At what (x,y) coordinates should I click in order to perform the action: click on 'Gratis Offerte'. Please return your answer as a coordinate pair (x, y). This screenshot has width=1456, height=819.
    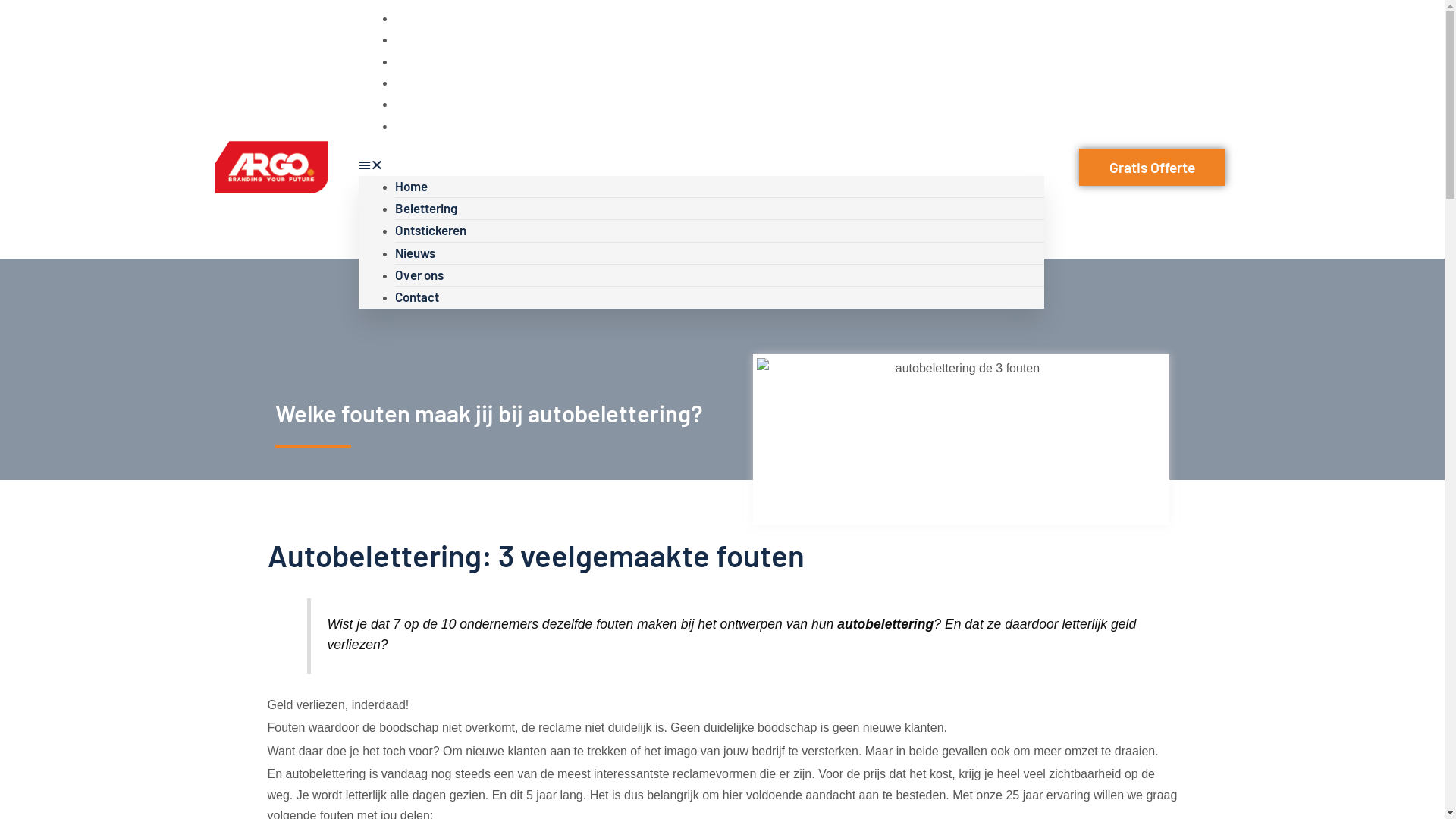
    Looking at the image, I should click on (1152, 167).